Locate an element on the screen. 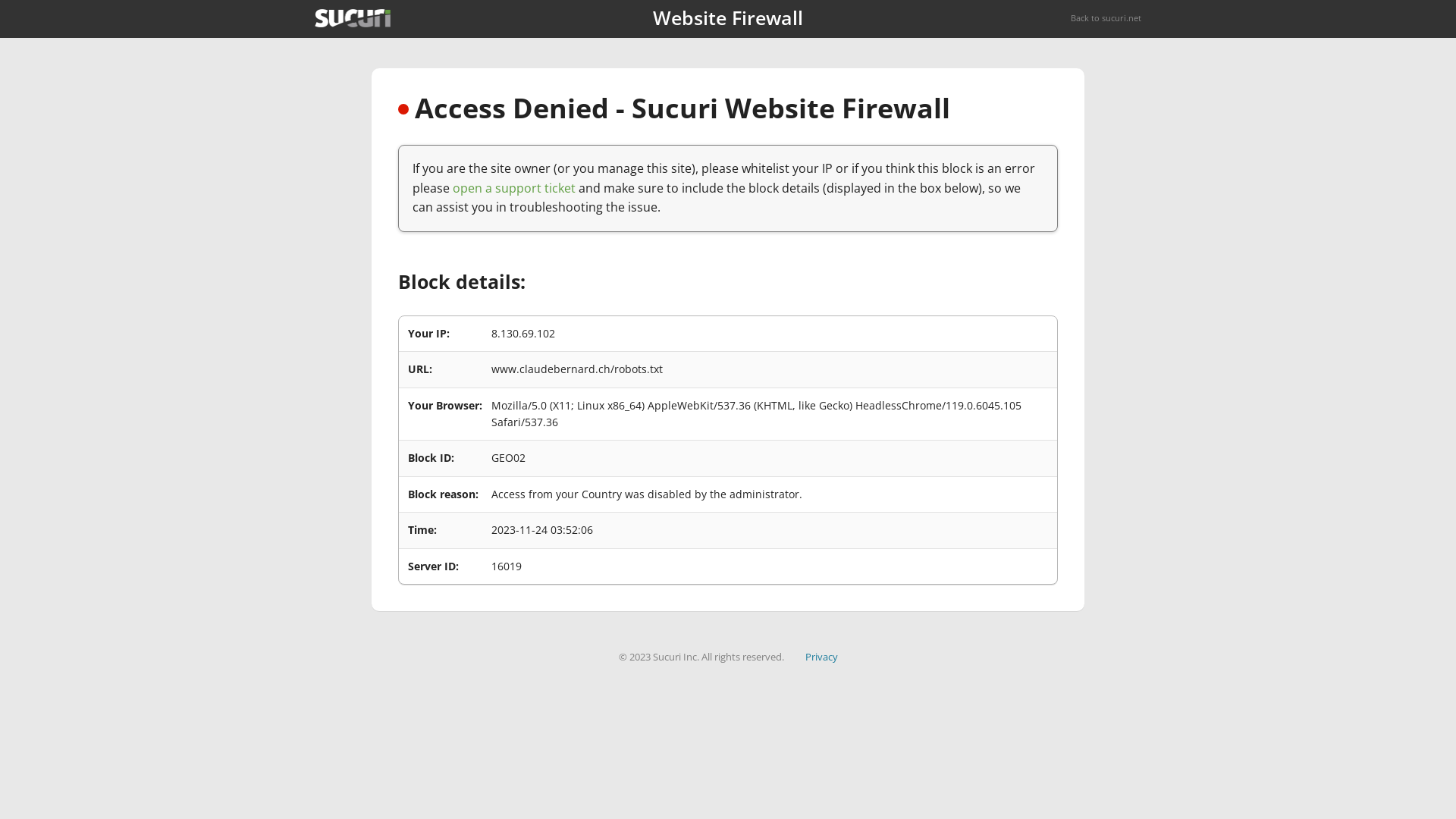 This screenshot has height=819, width=1456. 'Privacy' is located at coordinates (821, 656).